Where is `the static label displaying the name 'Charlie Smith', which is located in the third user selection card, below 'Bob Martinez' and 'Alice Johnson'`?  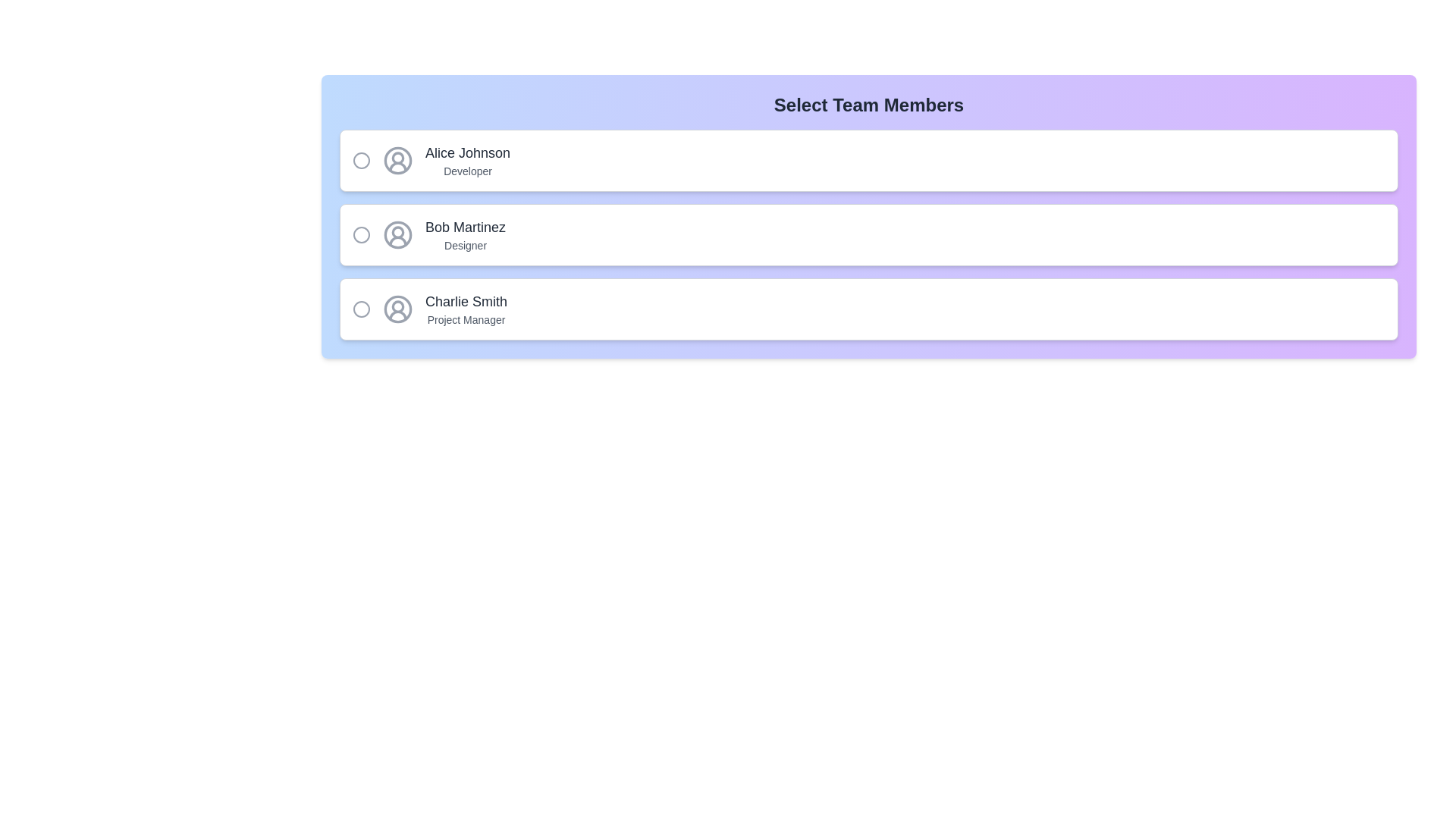
the static label displaying the name 'Charlie Smith', which is located in the third user selection card, below 'Bob Martinez' and 'Alice Johnson' is located at coordinates (465, 301).